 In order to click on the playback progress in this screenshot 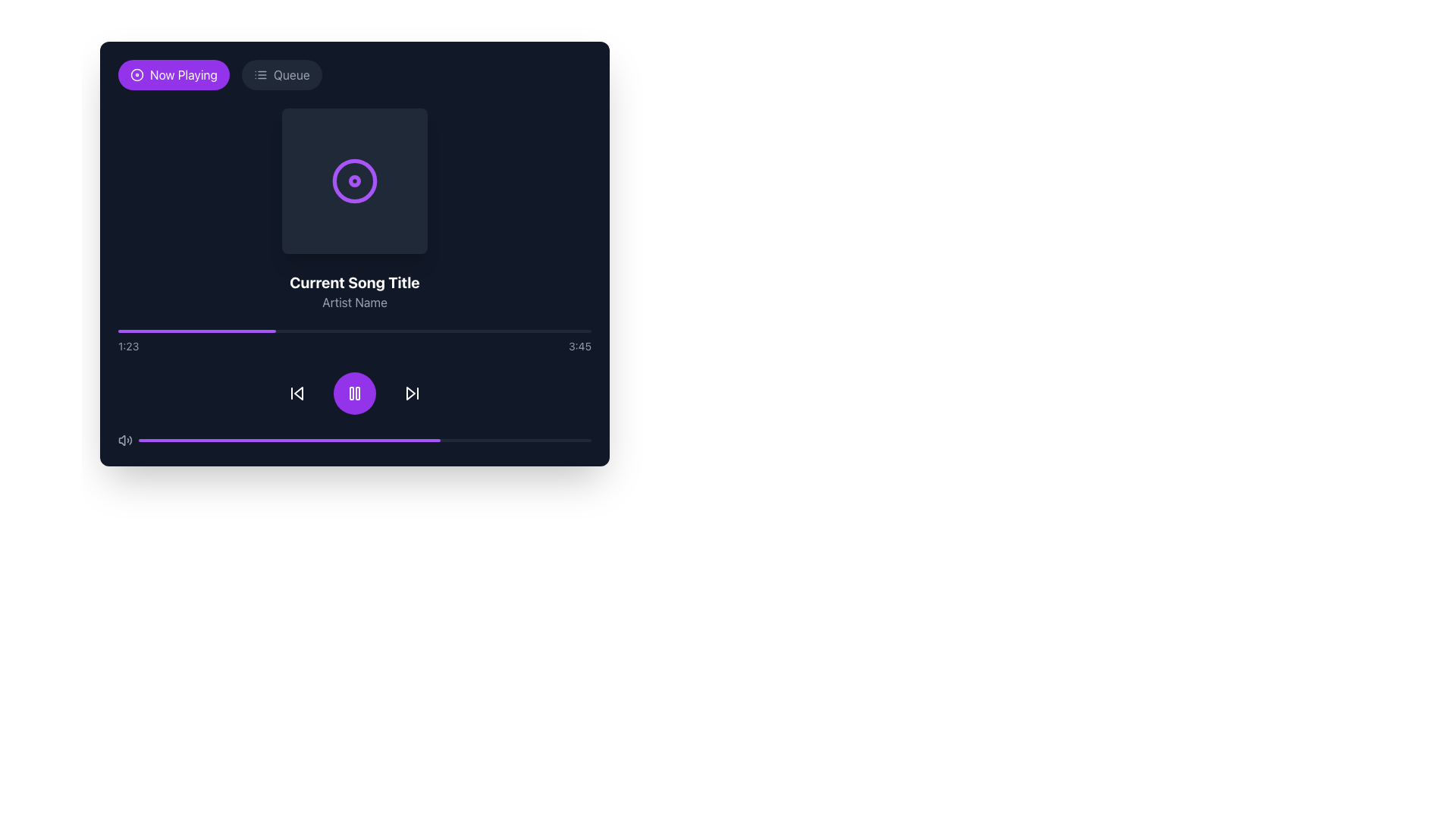, I will do `click(221, 330)`.